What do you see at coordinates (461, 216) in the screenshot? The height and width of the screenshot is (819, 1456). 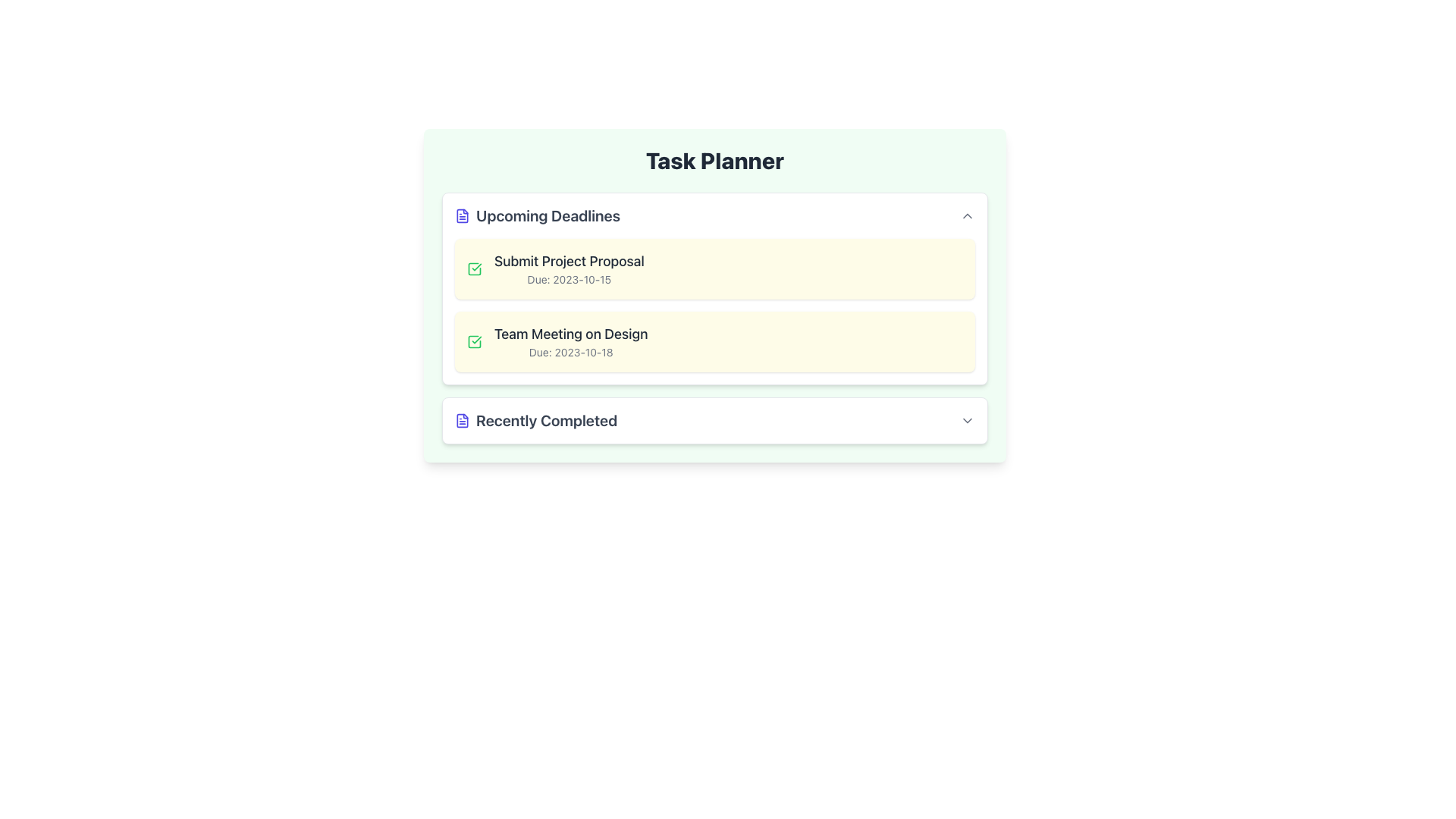 I see `the static icon representing 'Upcoming Deadlines' located to the left of the heading` at bounding box center [461, 216].